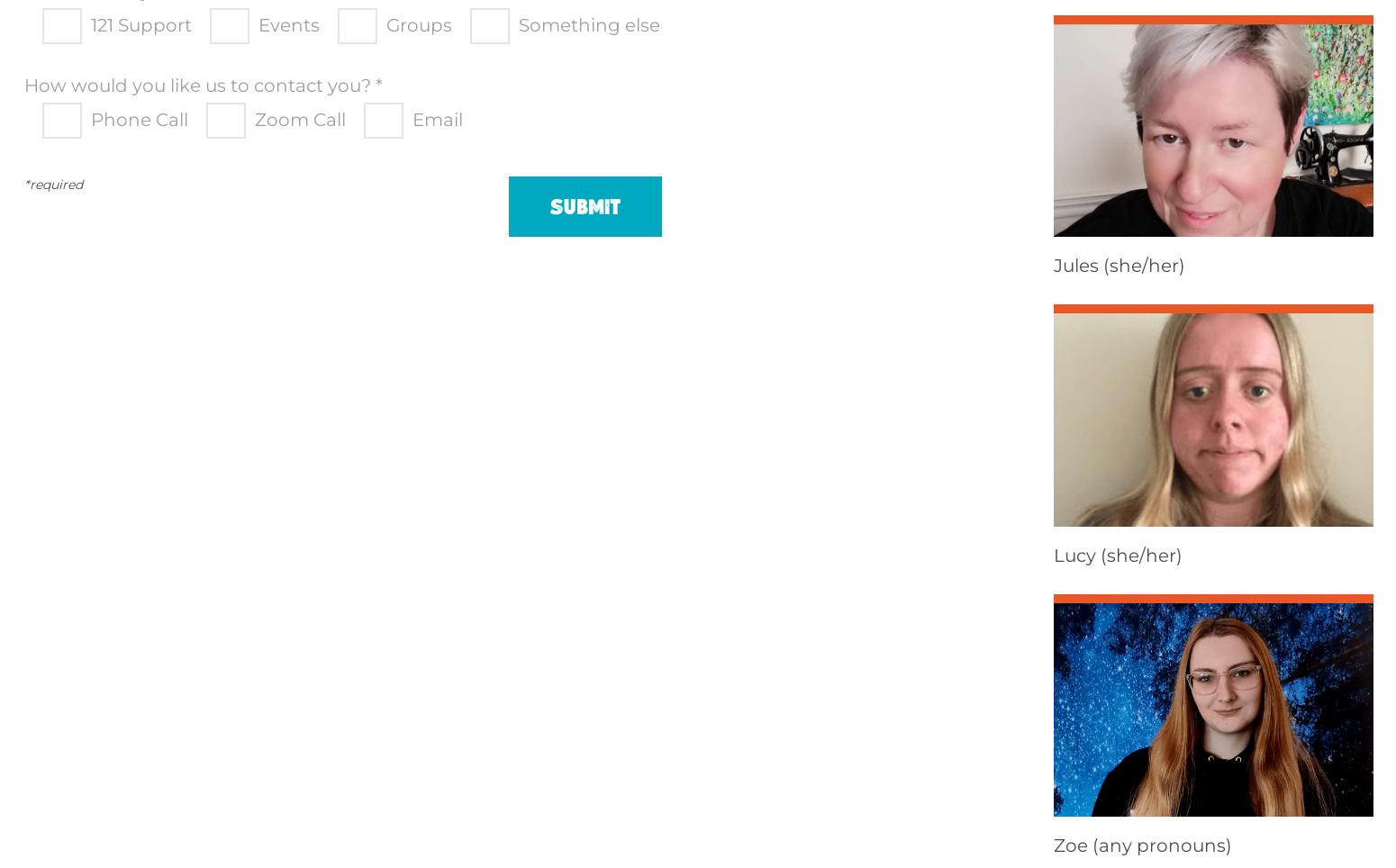 This screenshot has width=1396, height=868. Describe the element at coordinates (299, 120) in the screenshot. I see `'Zoom Call'` at that location.